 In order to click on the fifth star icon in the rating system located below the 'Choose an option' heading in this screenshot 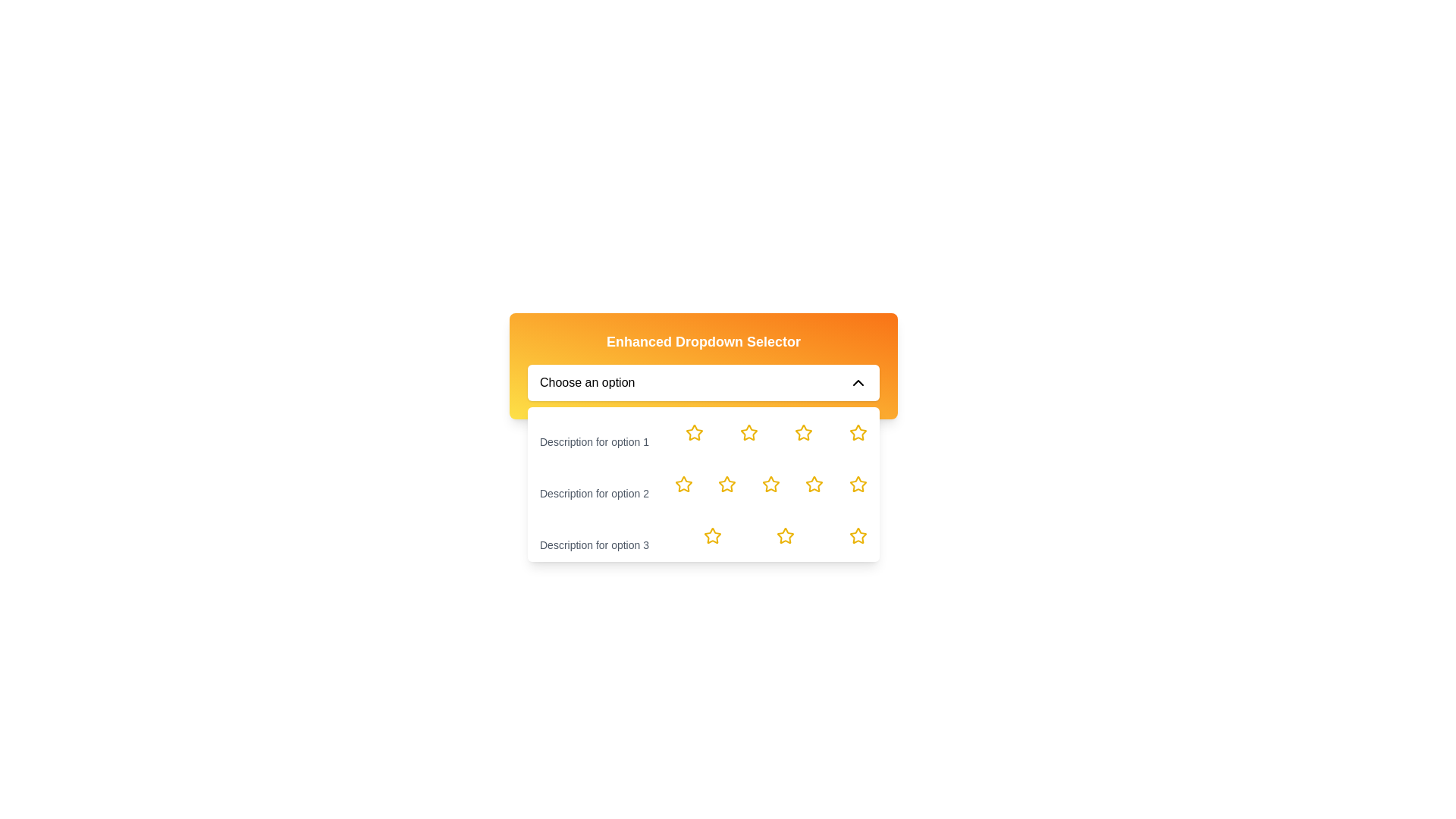, I will do `click(858, 535)`.